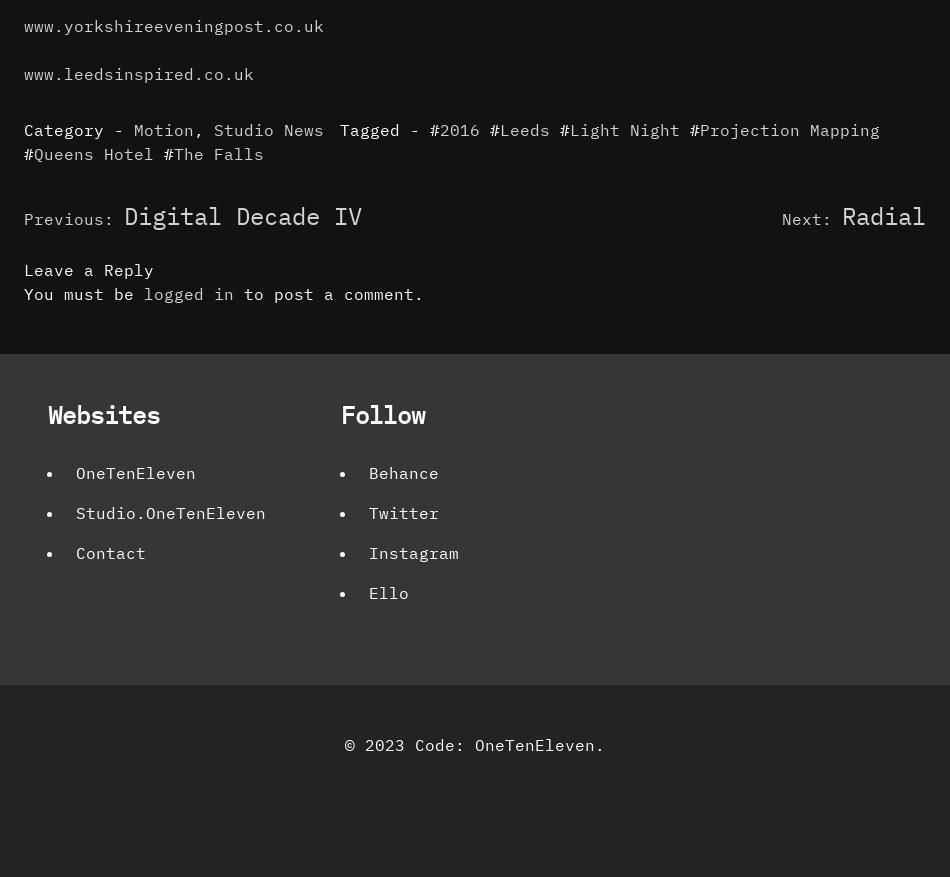 This screenshot has height=877, width=950. I want to click on 'Leeds', so click(524, 128).